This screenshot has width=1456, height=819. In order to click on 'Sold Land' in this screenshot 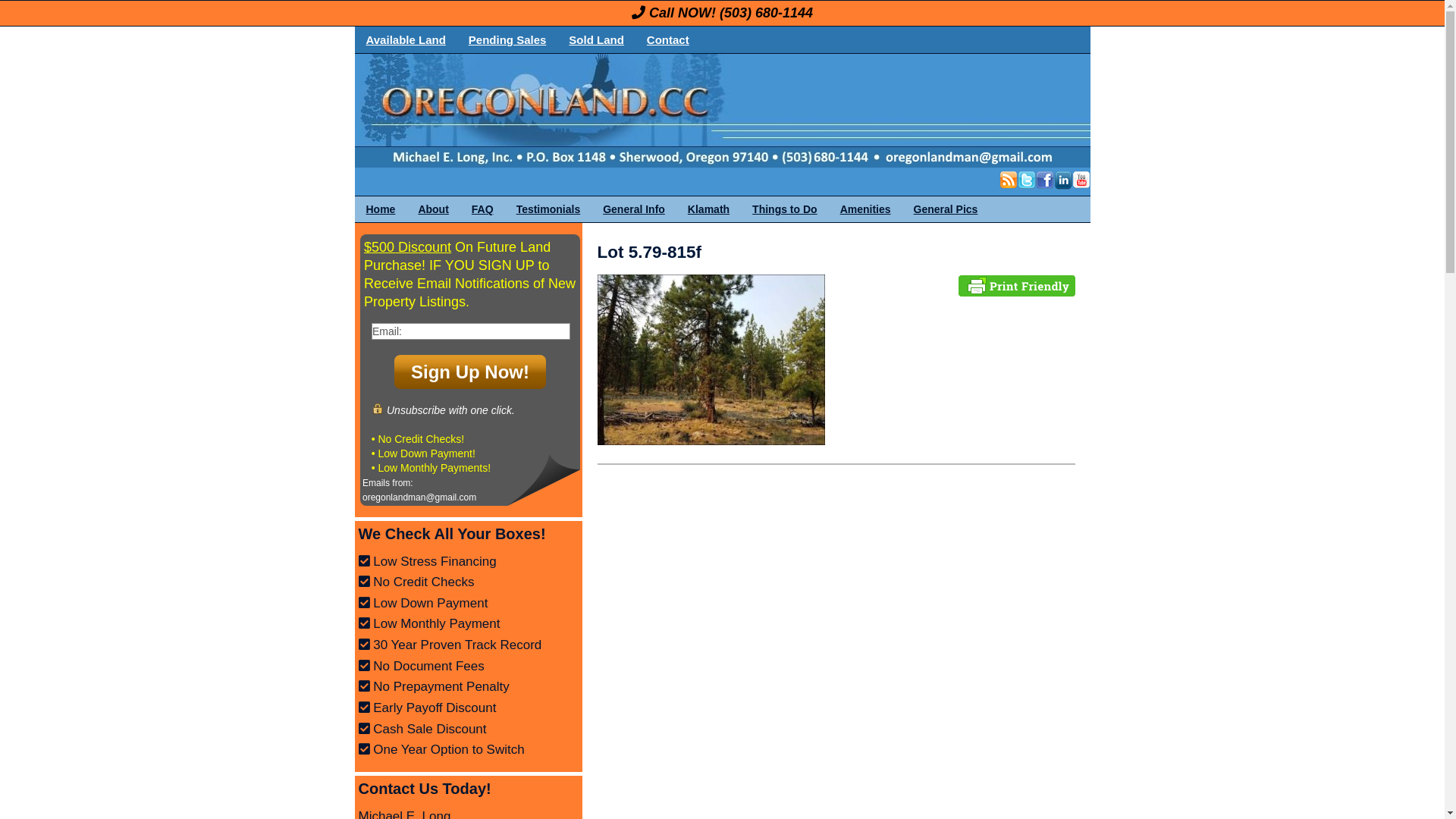, I will do `click(556, 39)`.